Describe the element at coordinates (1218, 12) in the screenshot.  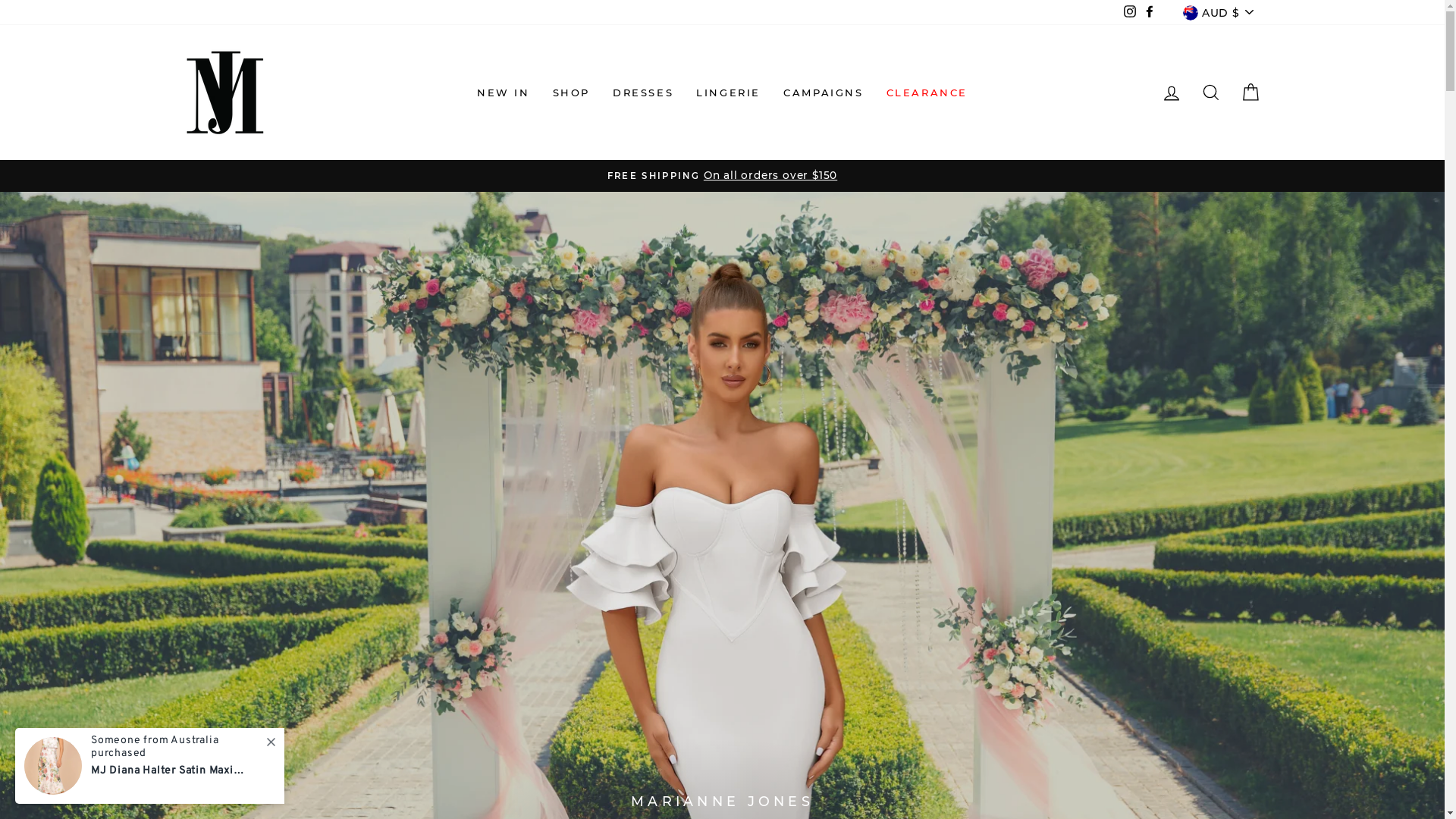
I see `'AUD $'` at that location.